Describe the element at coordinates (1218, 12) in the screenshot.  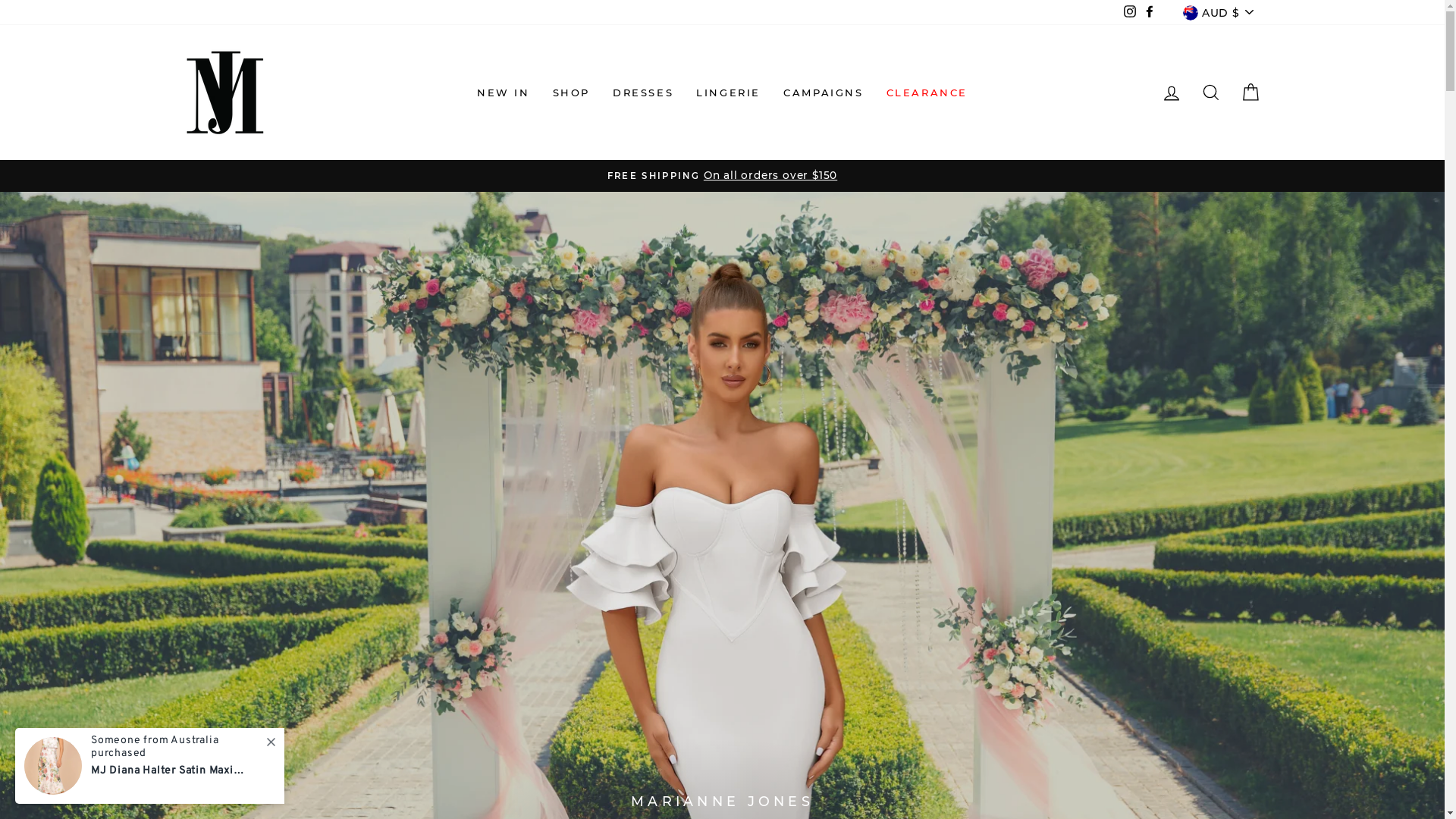
I see `'AUD $'` at that location.